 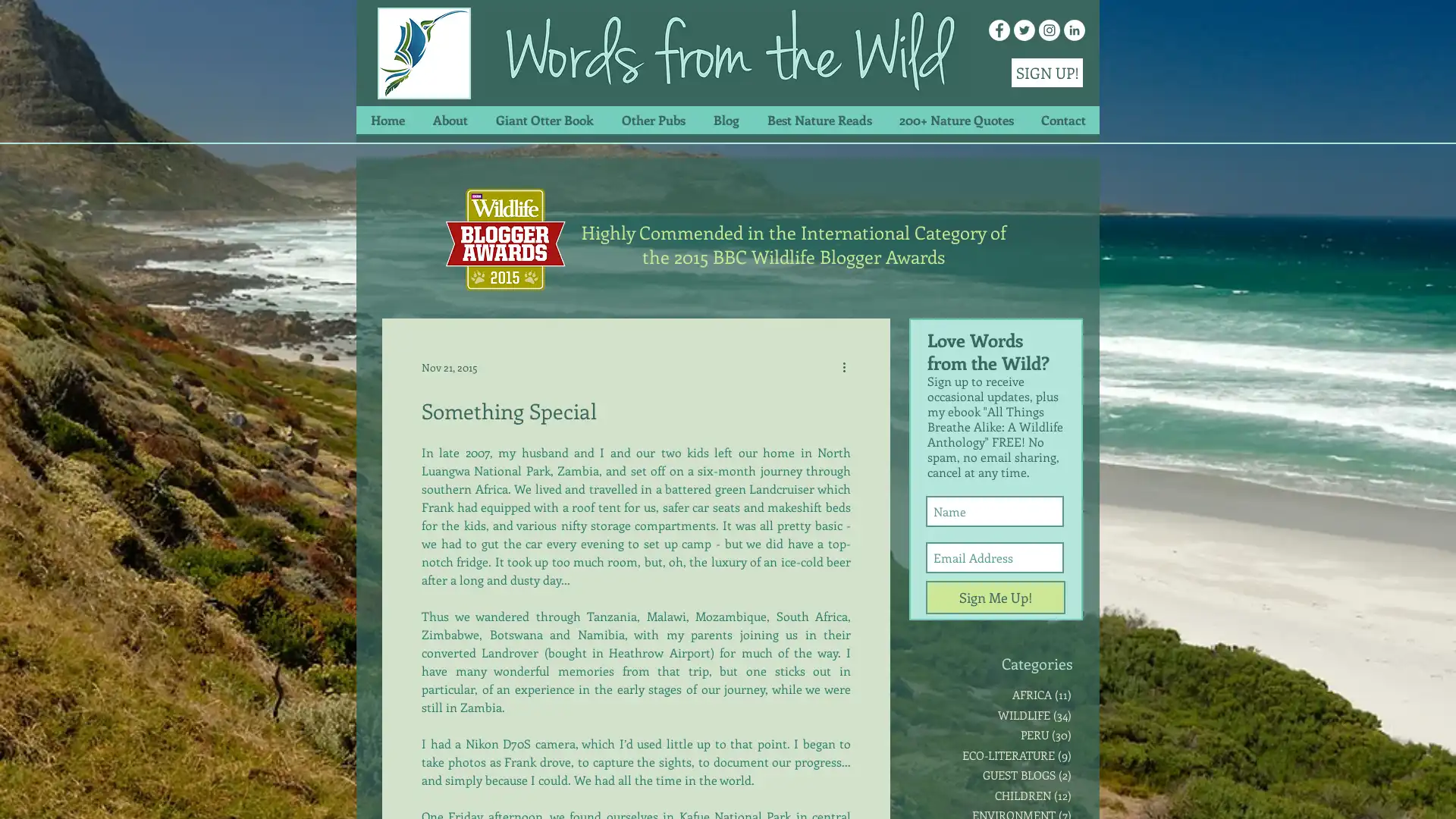 What do you see at coordinates (1437, 792) in the screenshot?
I see `Close` at bounding box center [1437, 792].